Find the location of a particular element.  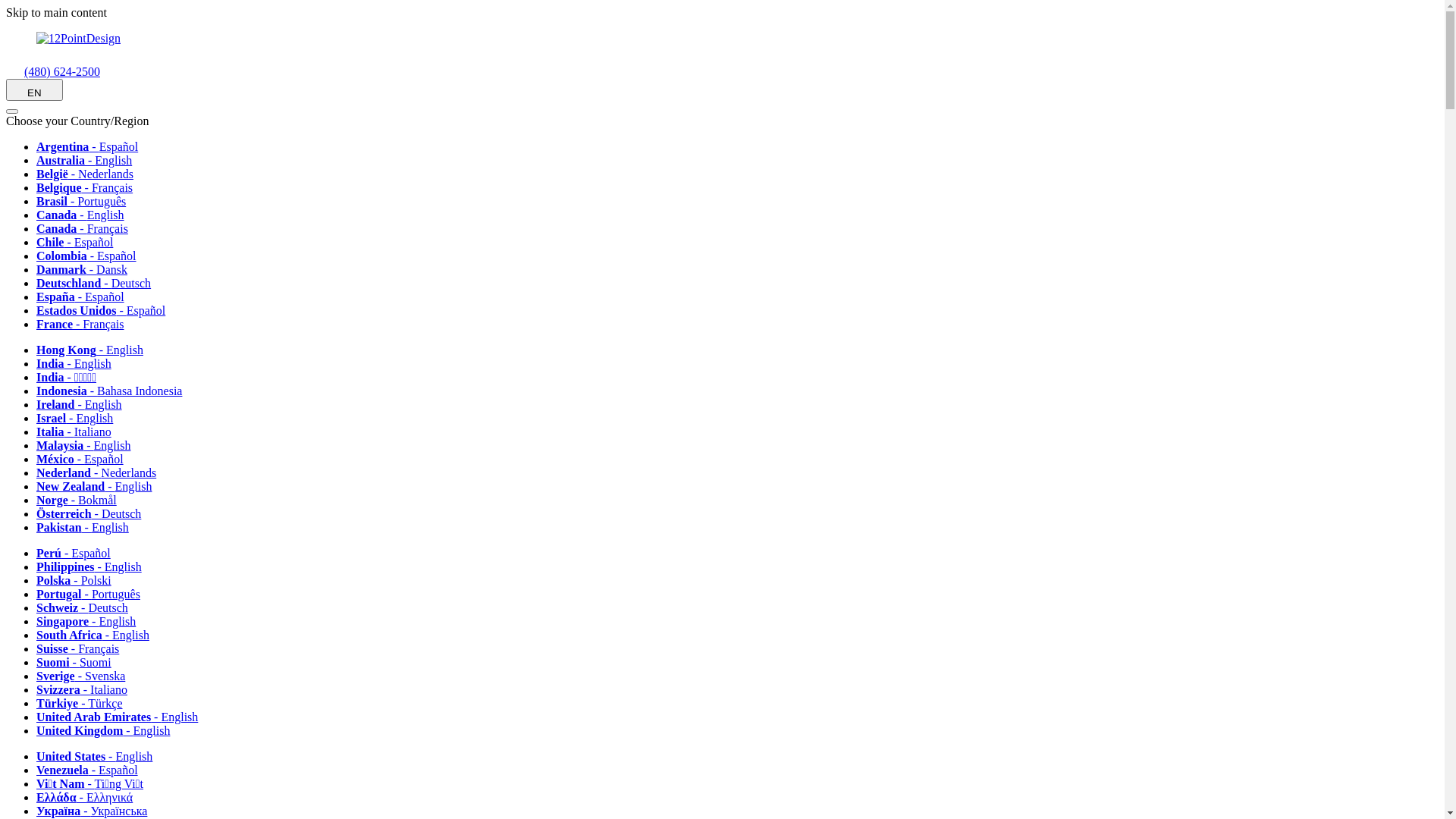

'Svizzera - Italiano' is located at coordinates (86, 689).